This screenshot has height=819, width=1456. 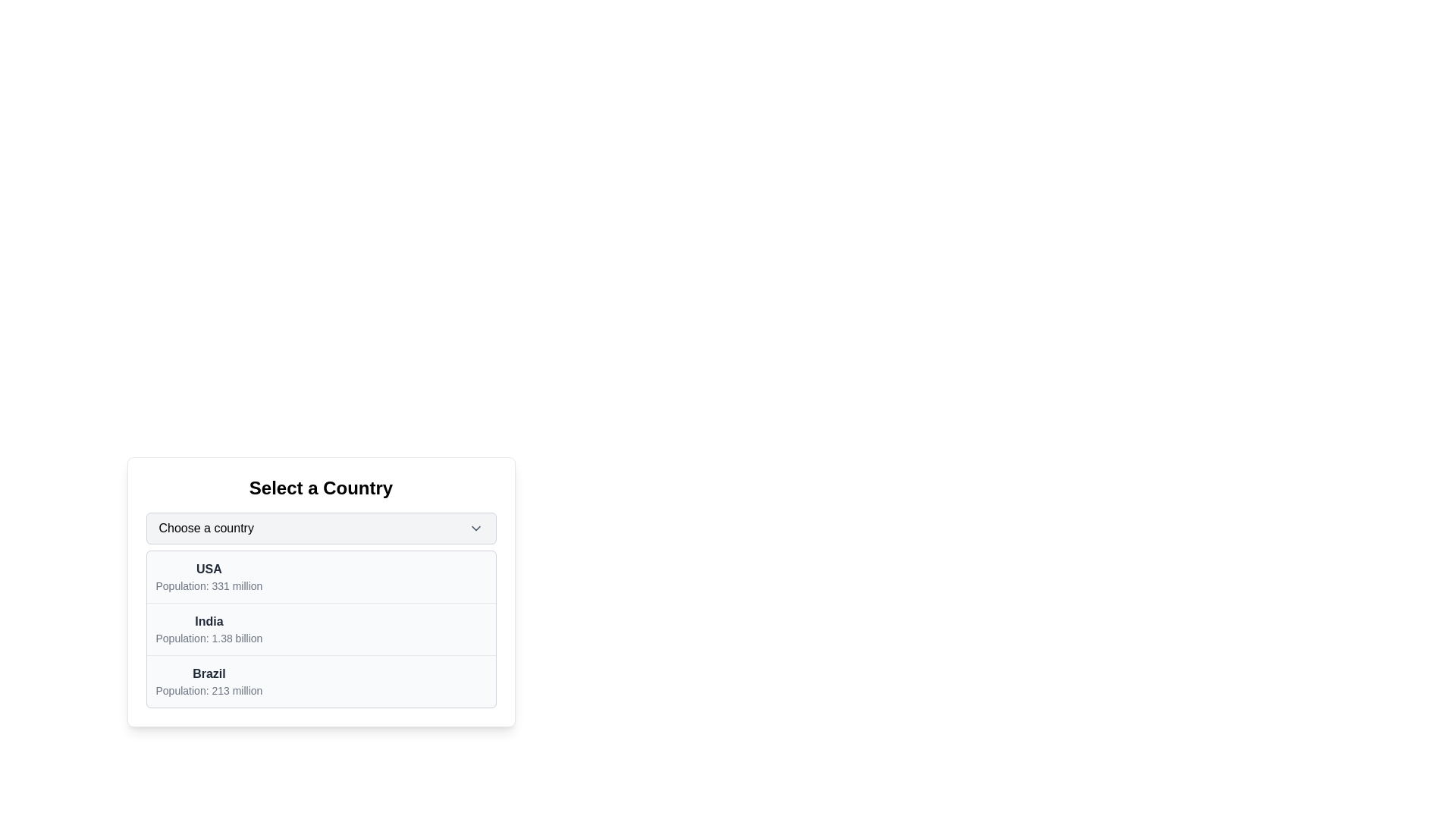 What do you see at coordinates (320, 591) in the screenshot?
I see `population details from the dropdown menu labeled 'Choose a country' that contains options for USA, India, and Brazil` at bounding box center [320, 591].